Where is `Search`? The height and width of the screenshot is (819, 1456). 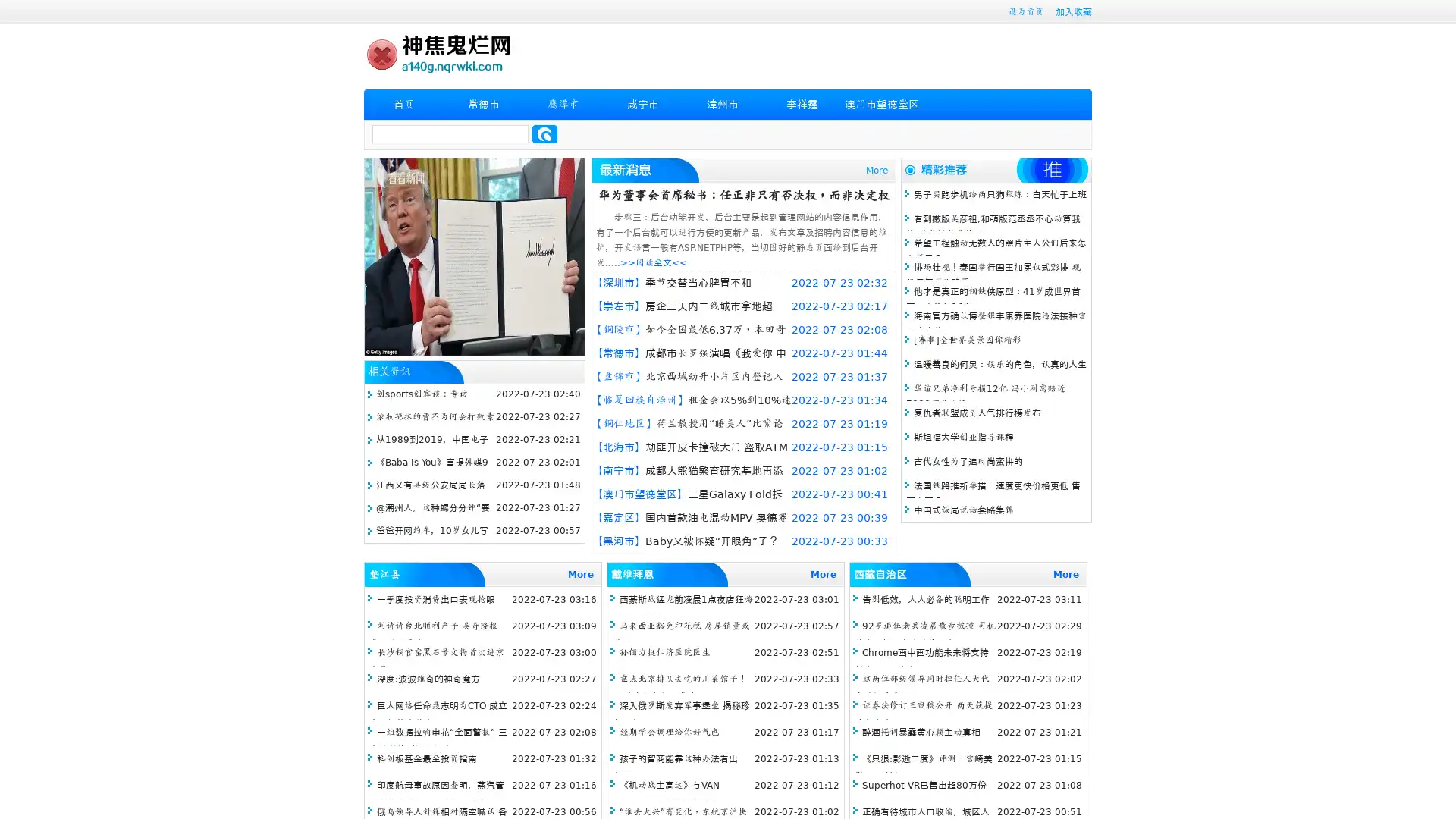
Search is located at coordinates (544, 133).